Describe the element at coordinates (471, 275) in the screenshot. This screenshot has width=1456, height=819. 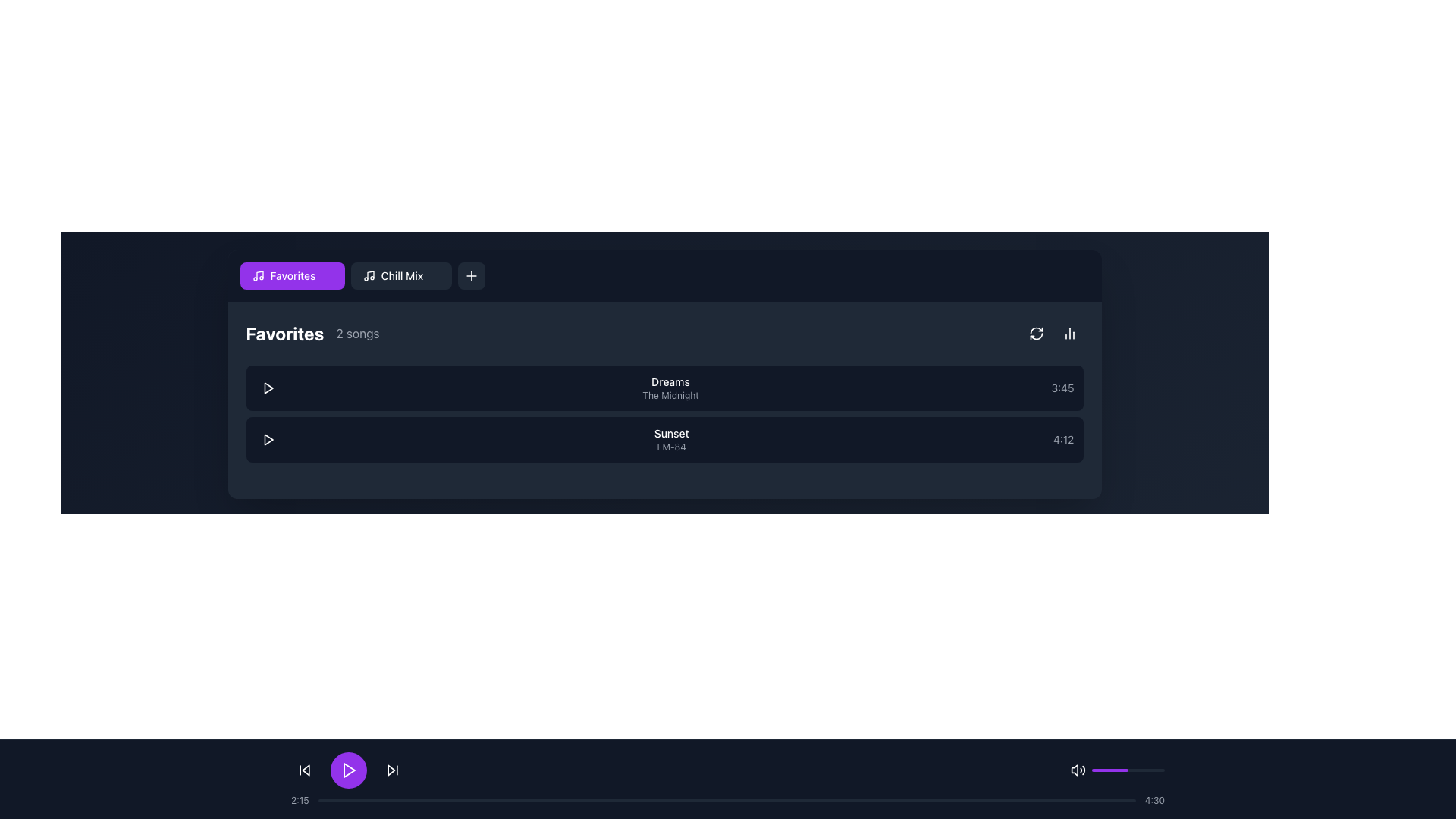
I see `the button with an embedded SVG icon located at the rightmost section of the toolbar` at that location.